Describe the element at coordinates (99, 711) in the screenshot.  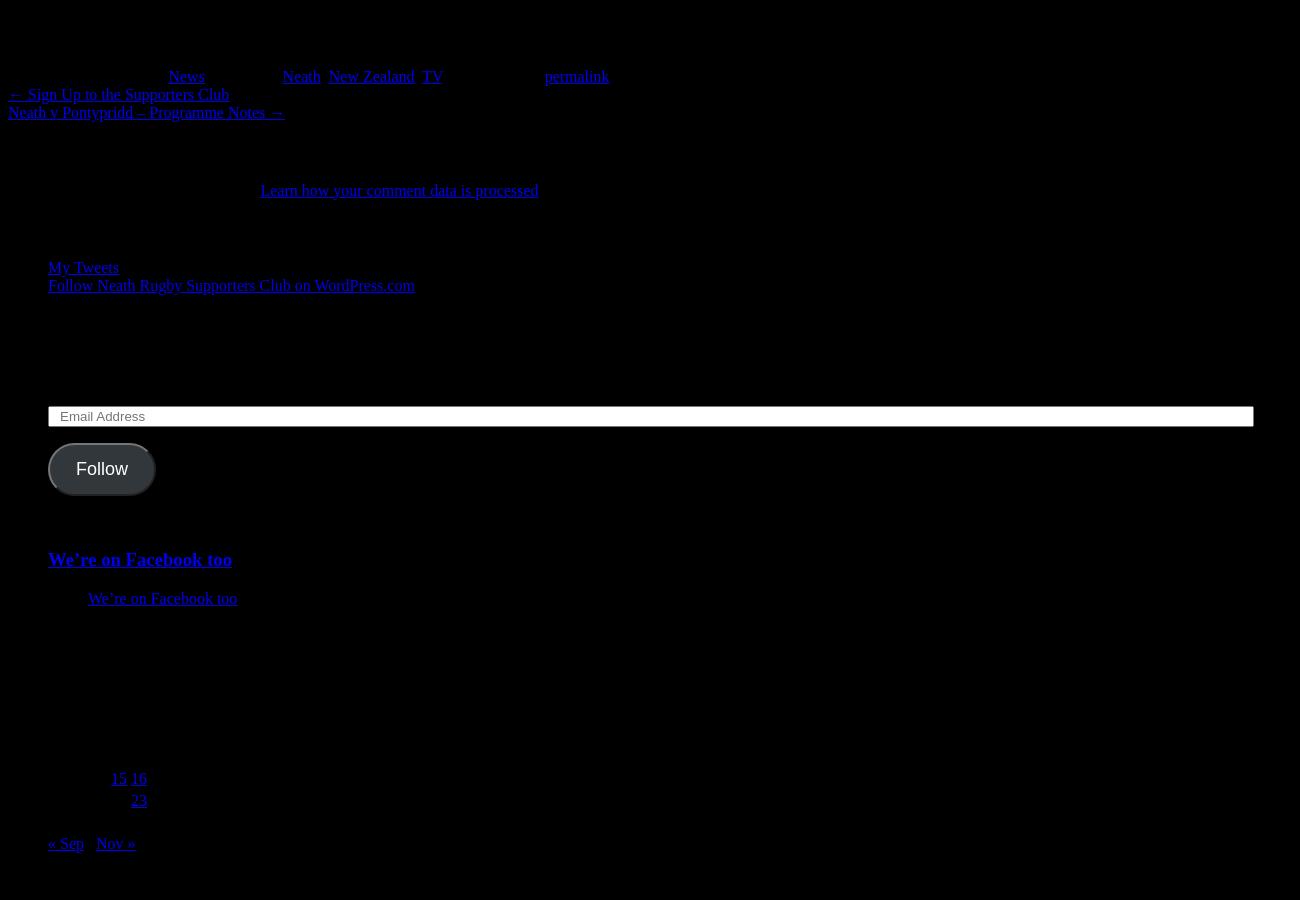
I see `'W'` at that location.